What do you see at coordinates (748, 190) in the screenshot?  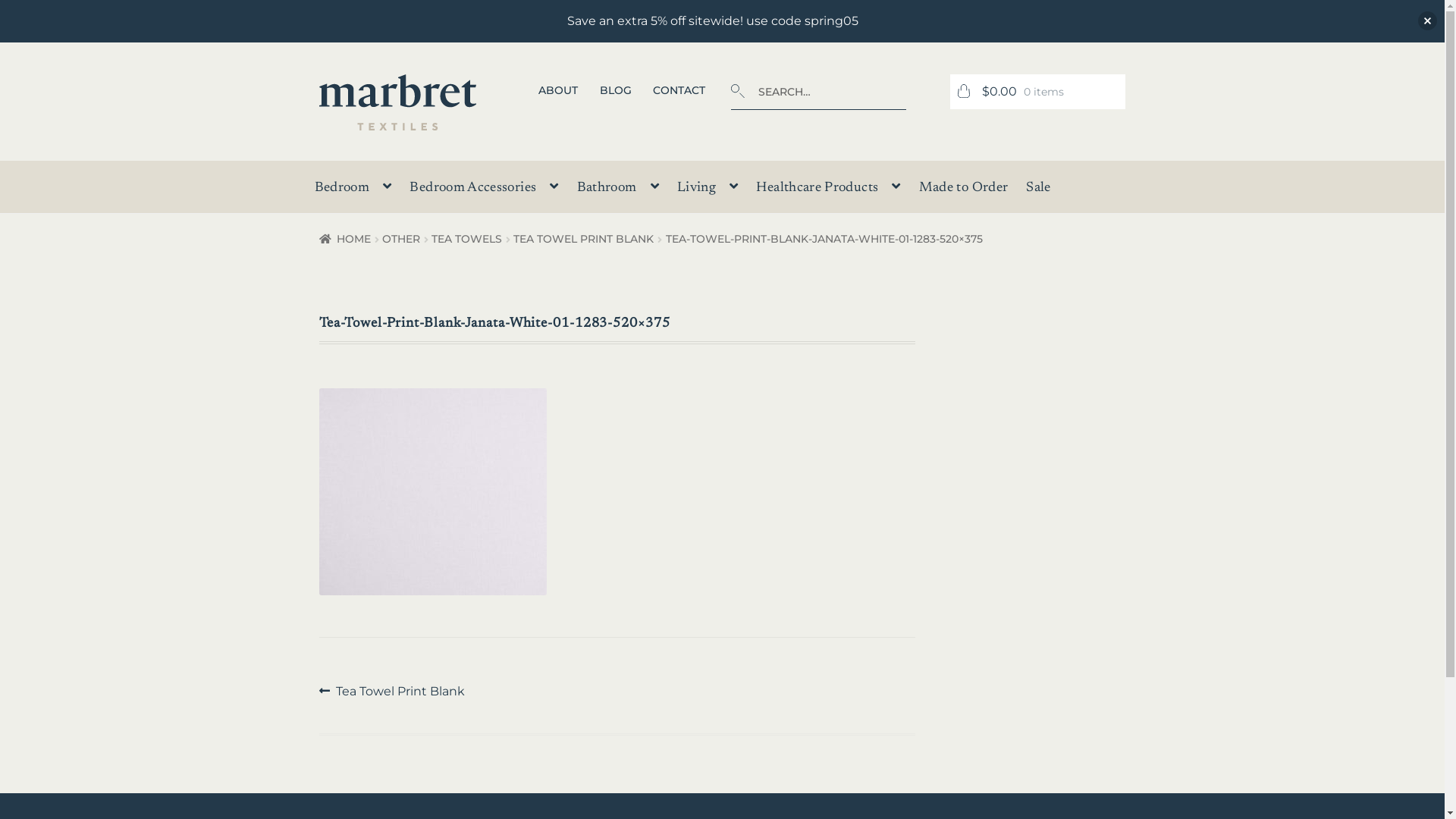 I see `'Healthcare Products'` at bounding box center [748, 190].